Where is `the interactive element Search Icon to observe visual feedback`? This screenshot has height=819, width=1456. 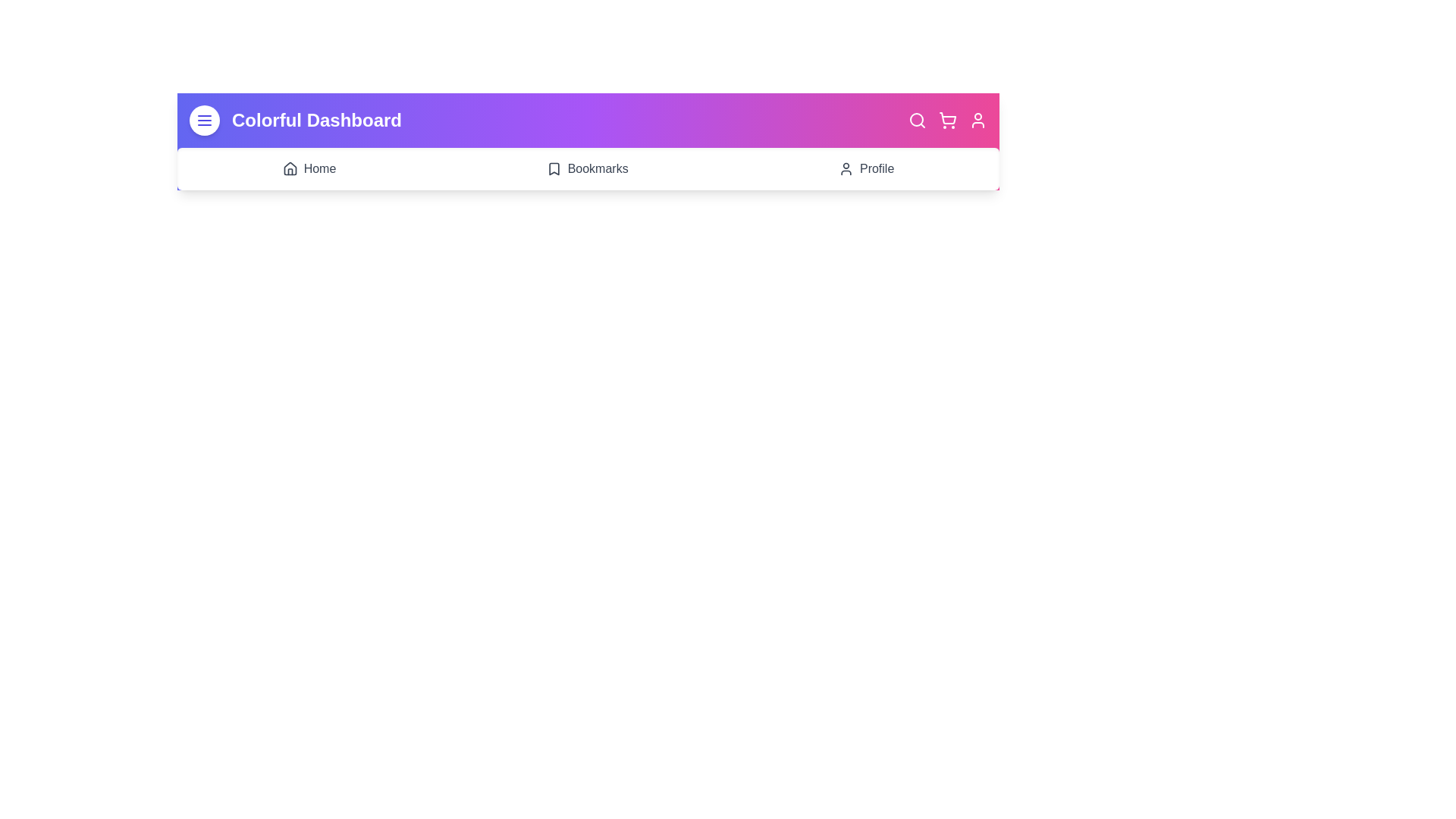
the interactive element Search Icon to observe visual feedback is located at coordinates (916, 119).